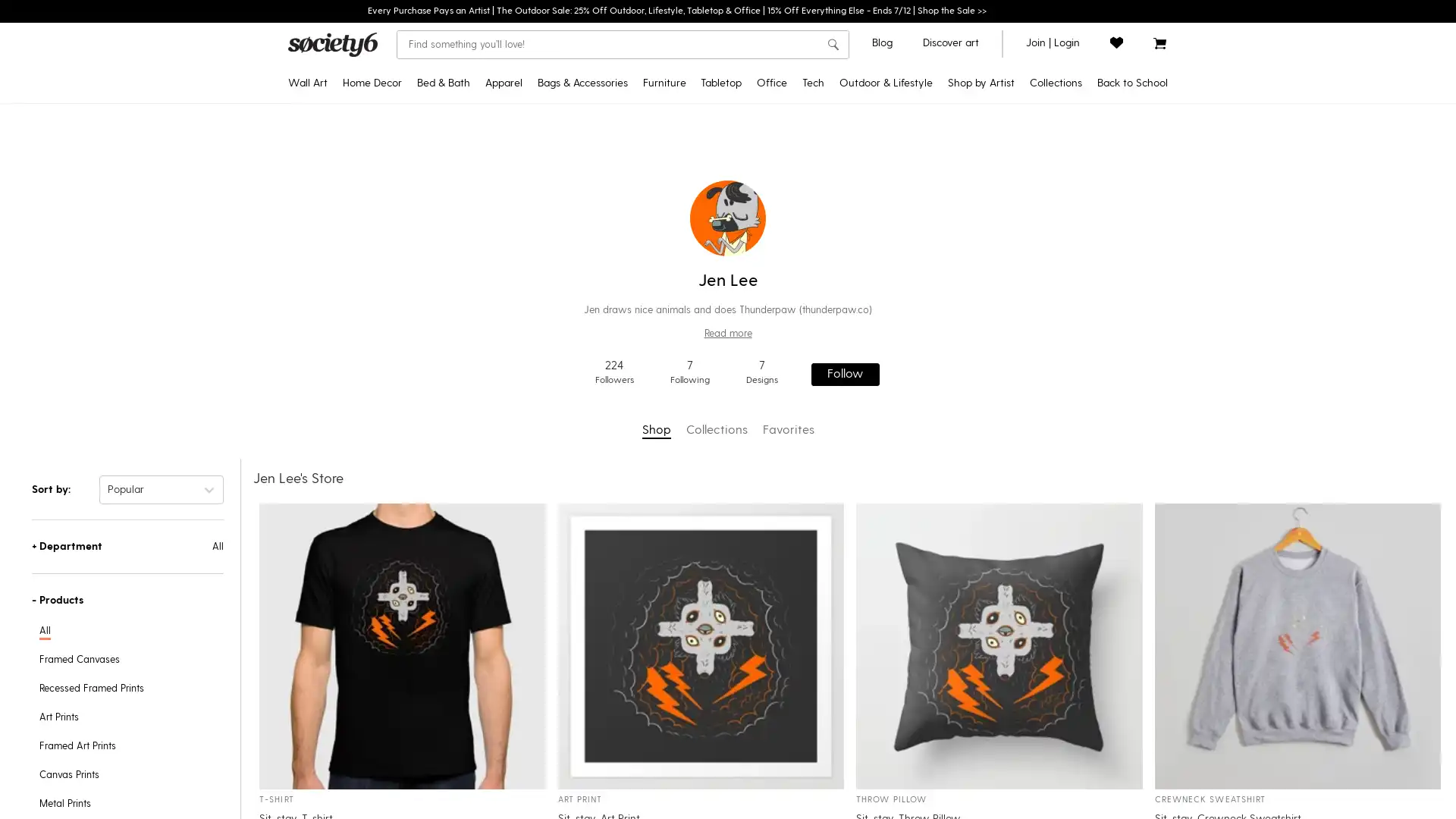 Image resolution: width=1456 pixels, height=819 pixels. Describe the element at coordinates (356, 292) in the screenshot. I see `Floating Acrylic Prints` at that location.